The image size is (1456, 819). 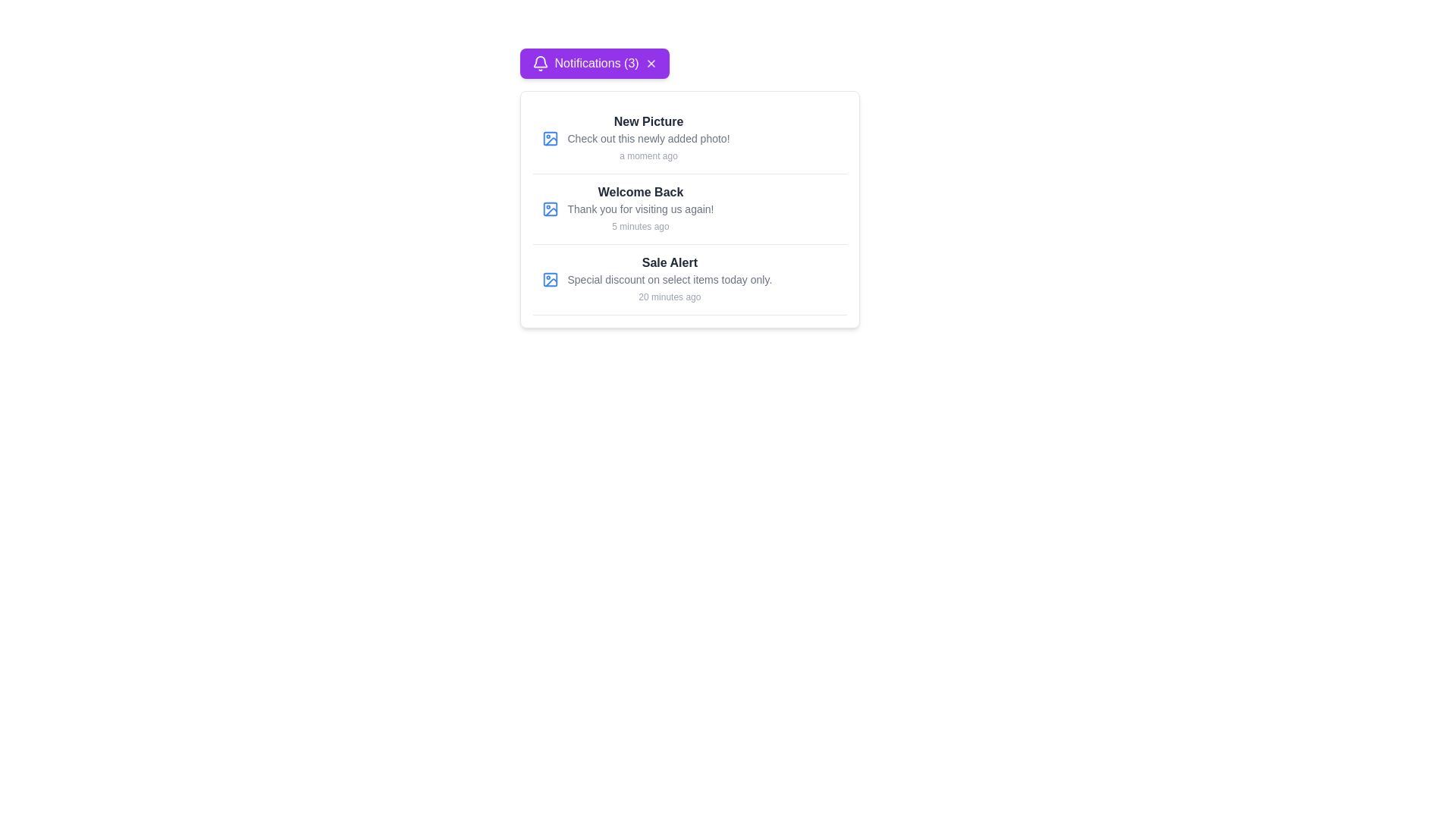 What do you see at coordinates (640, 227) in the screenshot?
I see `the text label displaying '5 minutes ago' within the 'Welcome Back' notification card, positioned below the subtitle 'Thank you for visiting us again!'` at bounding box center [640, 227].